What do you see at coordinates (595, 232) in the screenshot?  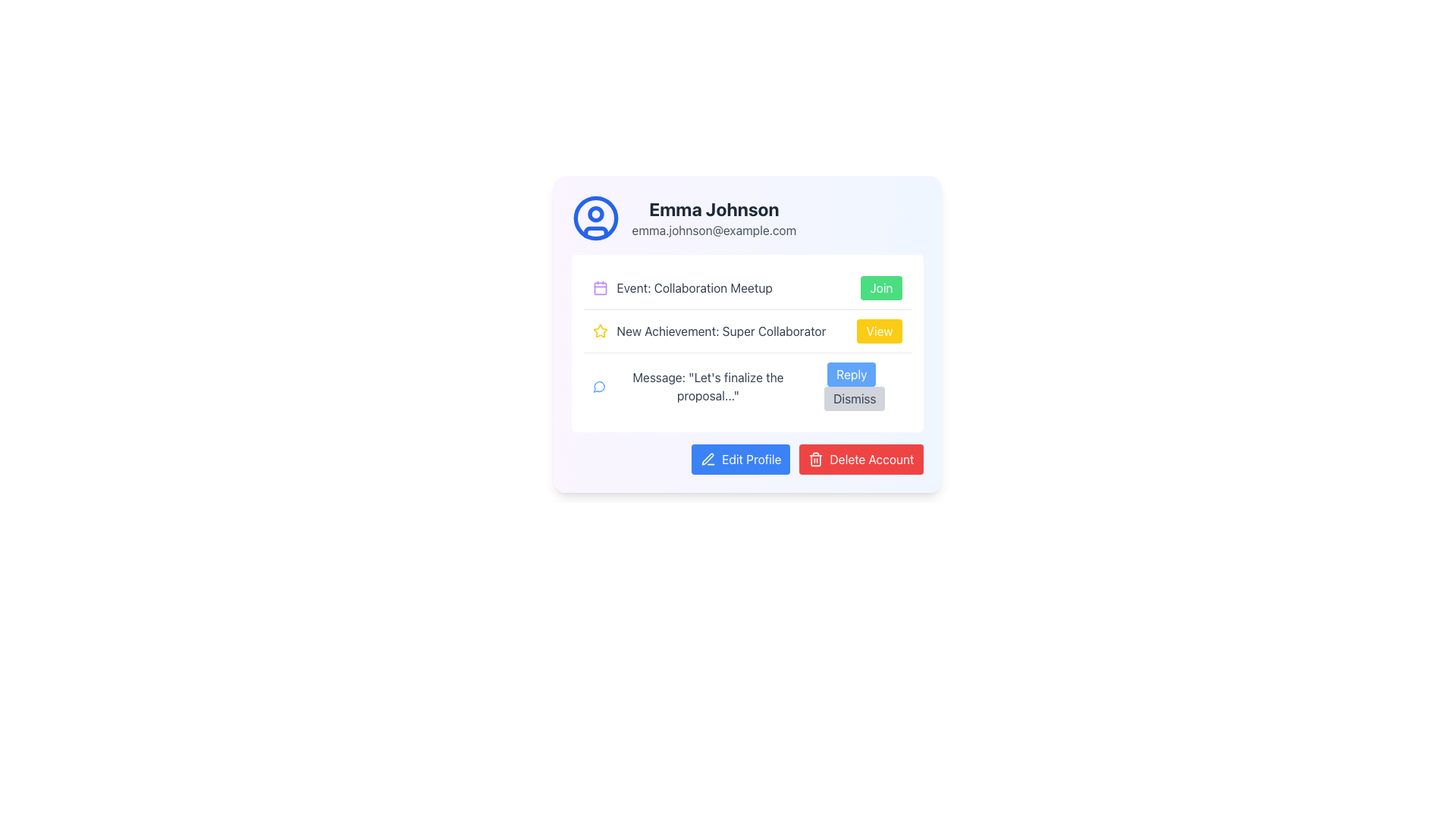 I see `the decorative lower segment of the user profile avatar located in the upper-left corner of the card layout, which is nested within the circular image representation of the user` at bounding box center [595, 232].